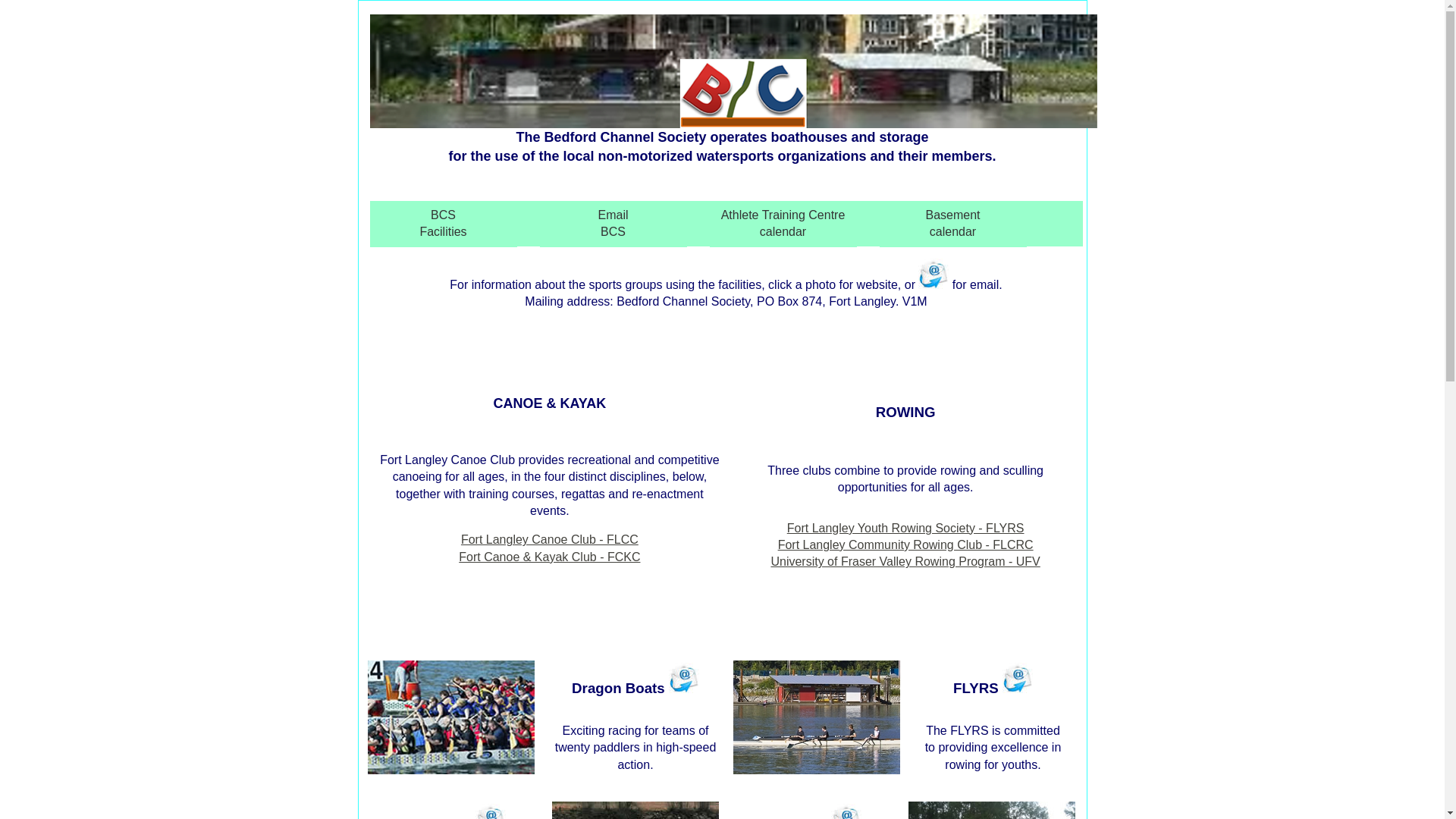  I want to click on 'Email, so click(613, 224).